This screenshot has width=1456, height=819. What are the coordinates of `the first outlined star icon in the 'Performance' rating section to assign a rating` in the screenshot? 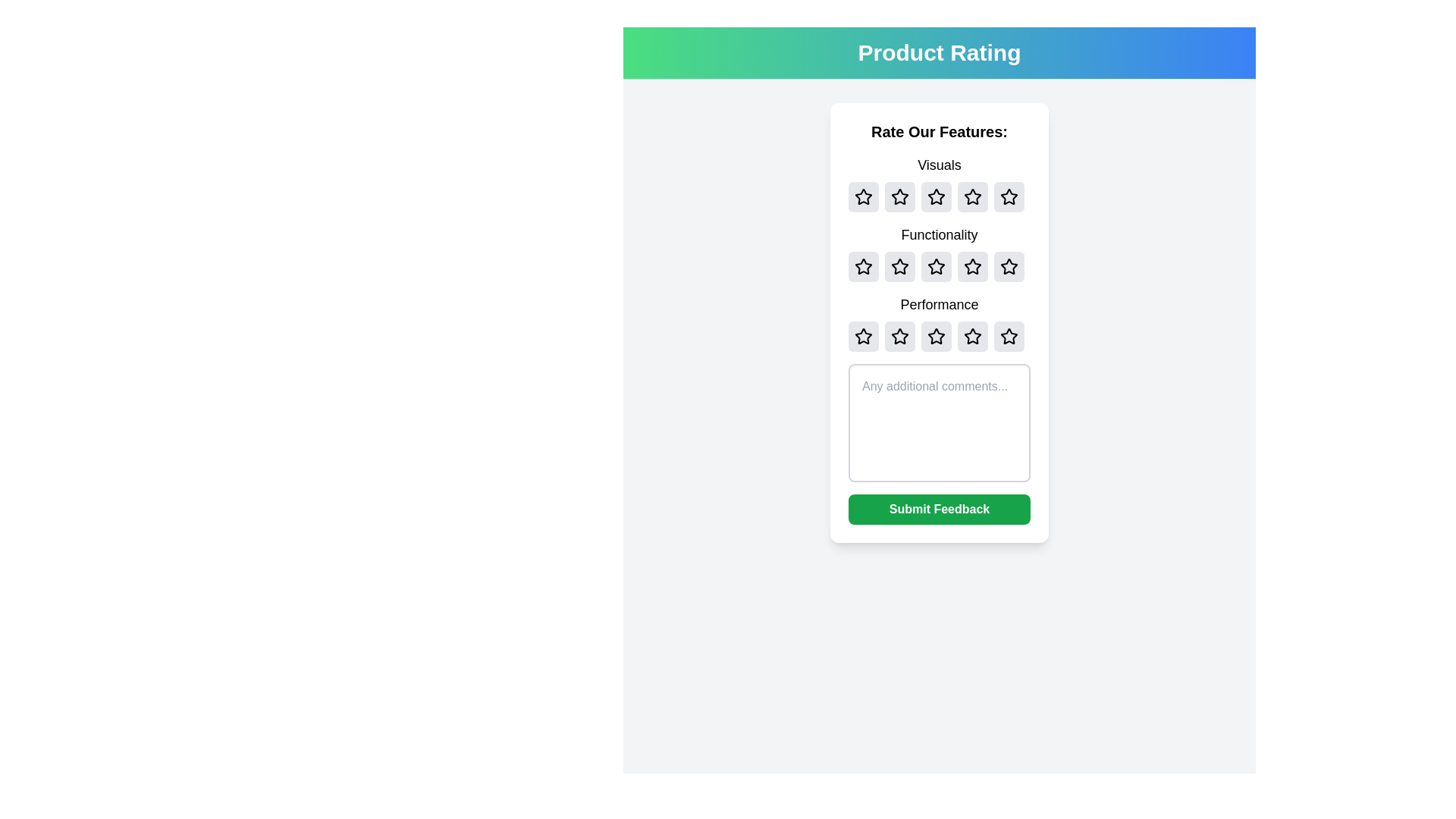 It's located at (862, 335).